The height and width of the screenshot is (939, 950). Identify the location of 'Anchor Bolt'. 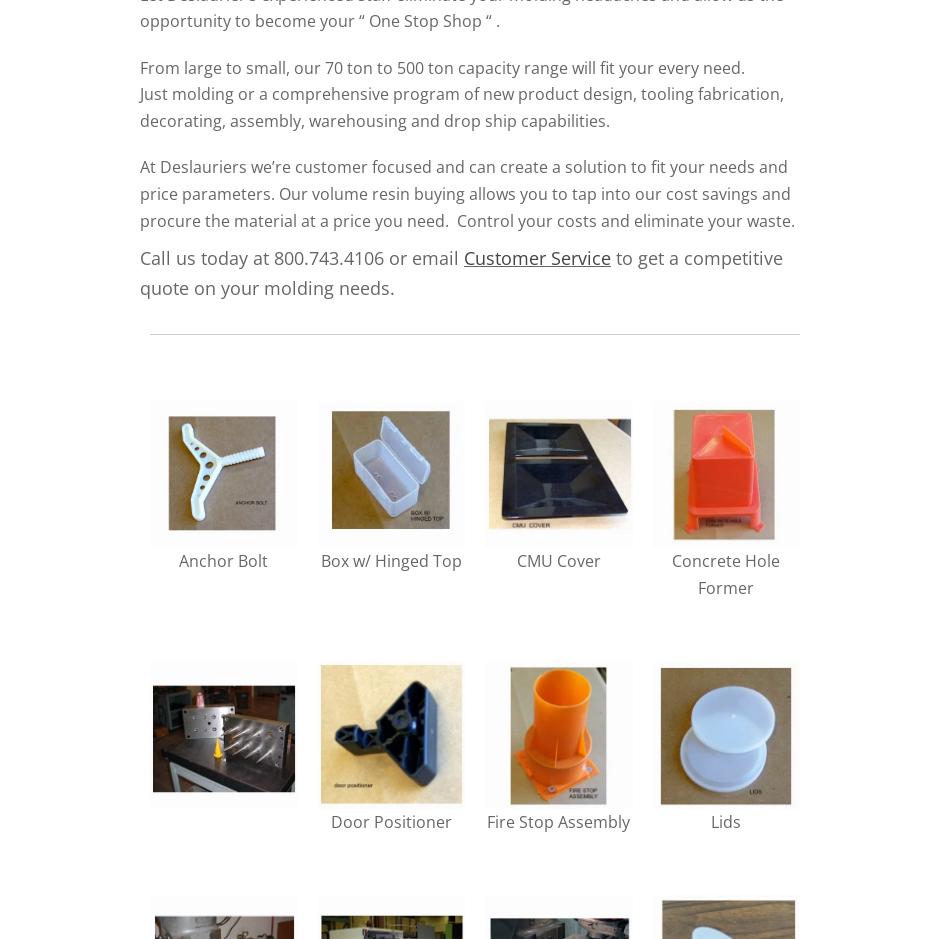
(223, 559).